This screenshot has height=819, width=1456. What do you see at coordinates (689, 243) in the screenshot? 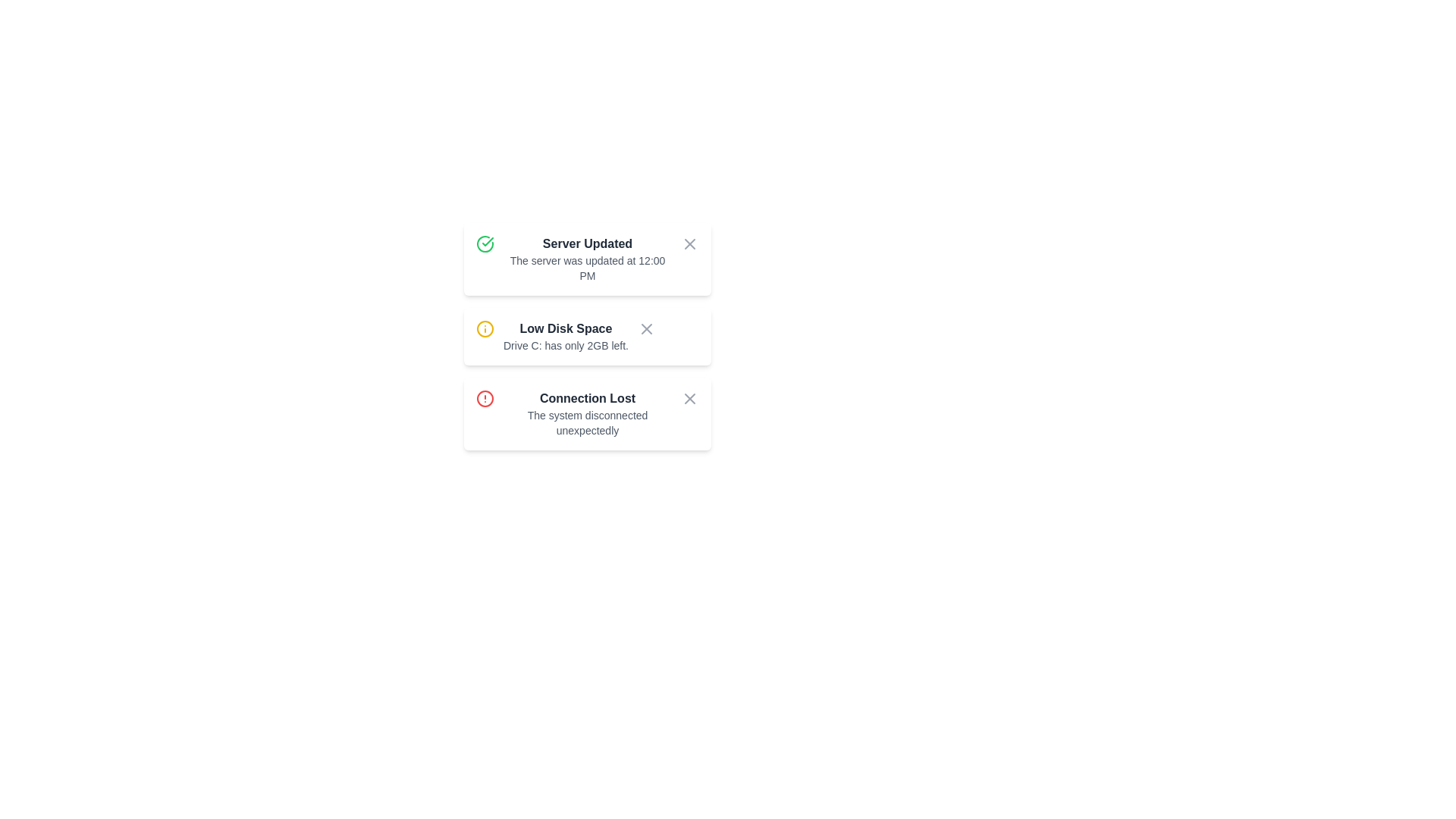
I see `the 'X' icon in the top right corner of the 'Server Updated' notification card` at bounding box center [689, 243].